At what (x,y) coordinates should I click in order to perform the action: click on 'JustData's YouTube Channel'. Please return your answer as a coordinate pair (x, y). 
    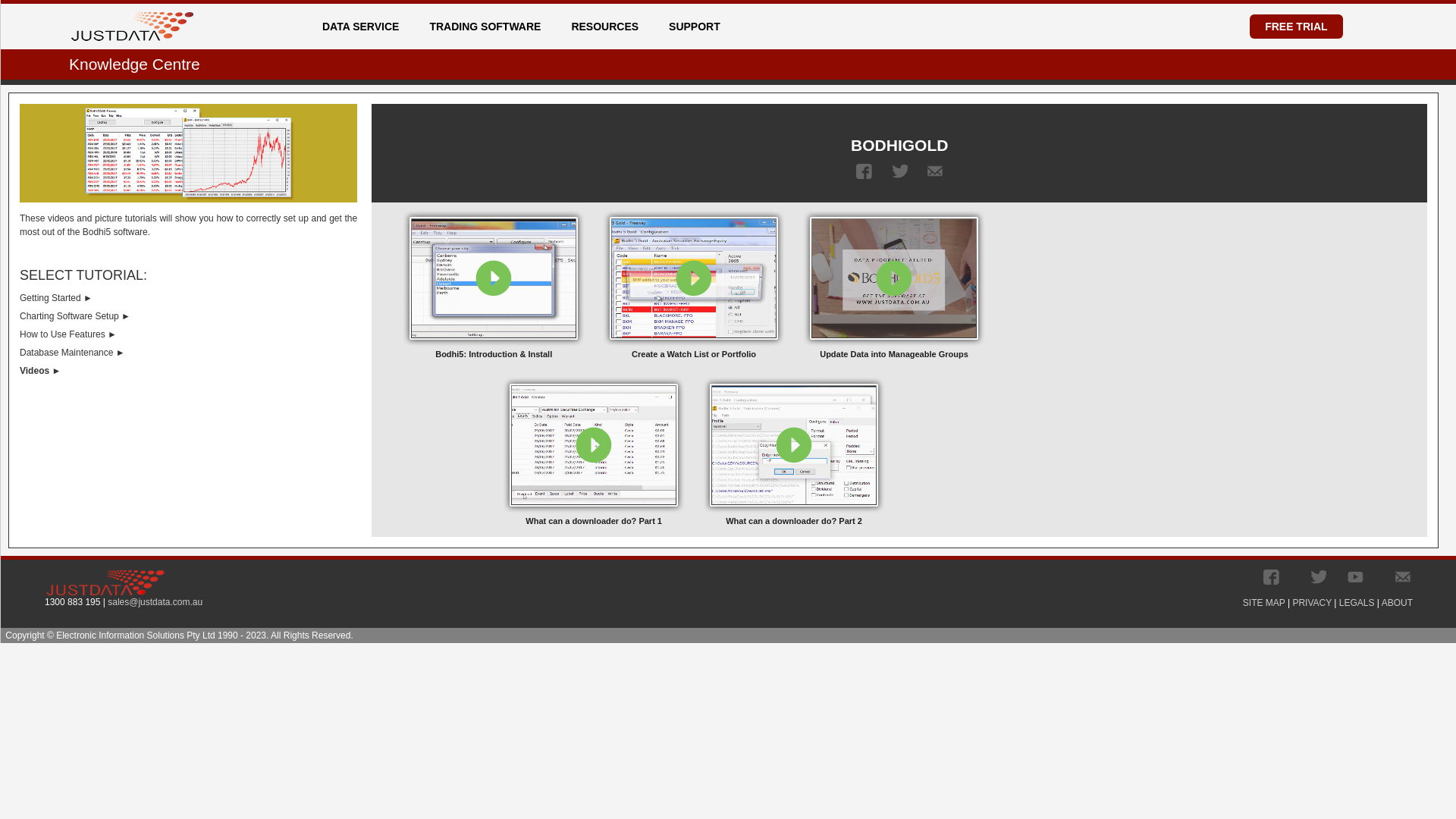
    Looking at the image, I should click on (1355, 576).